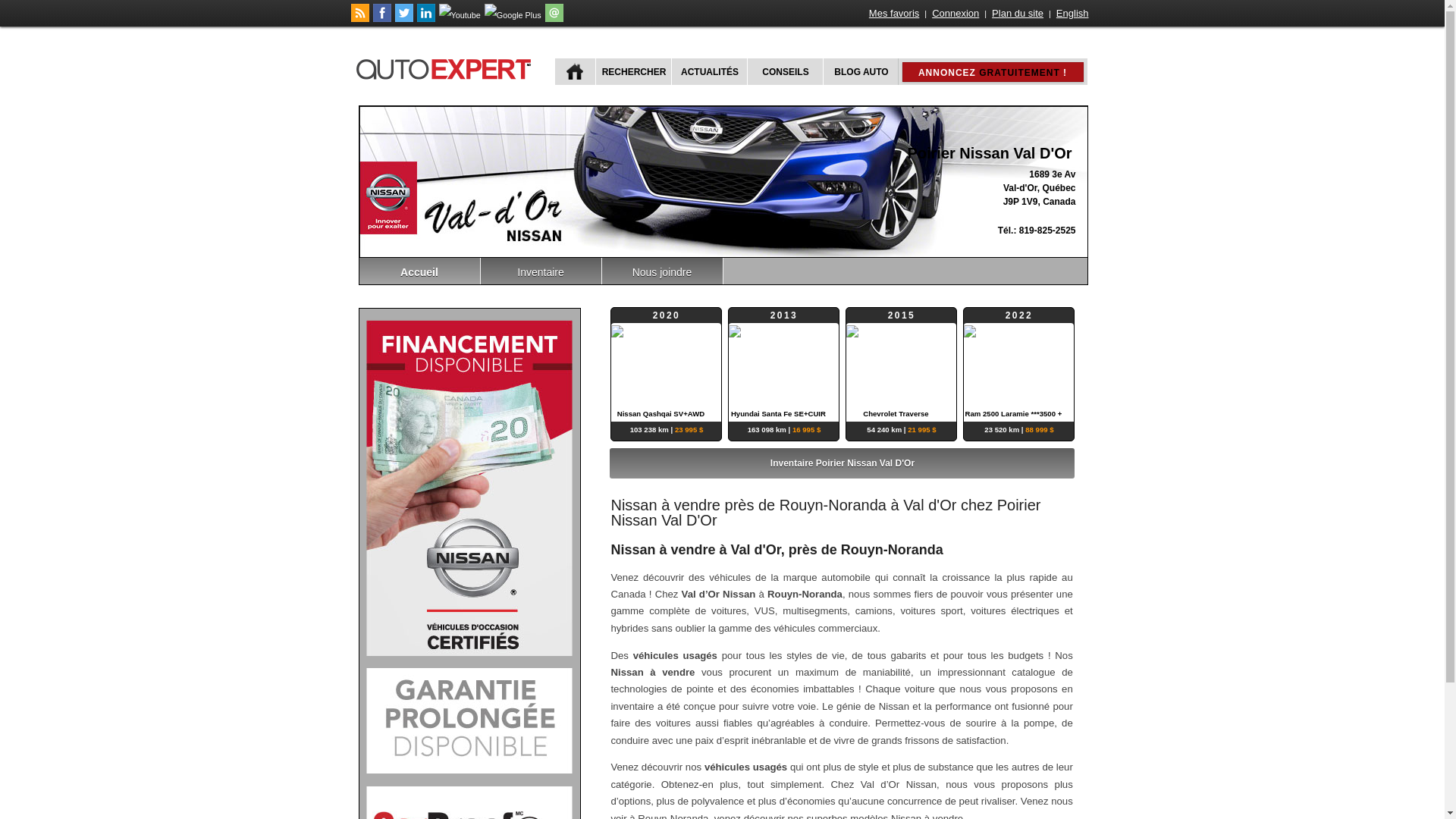 This screenshot has height=819, width=1456. I want to click on 'ANNONCEZ GRATUITEMENT !', so click(917, 72).